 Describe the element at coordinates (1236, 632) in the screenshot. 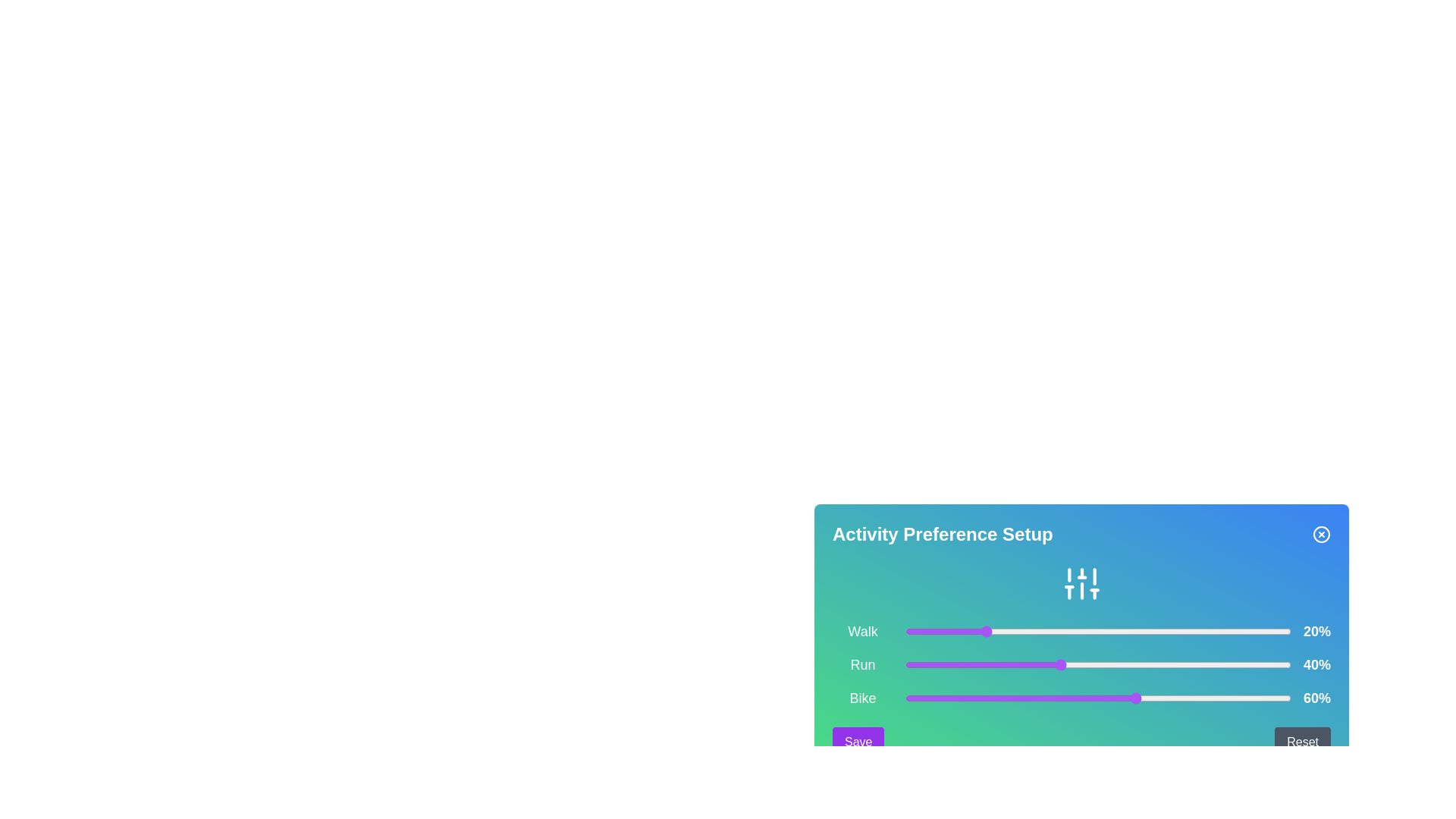

I see `the slider for 0 to 86%` at that location.